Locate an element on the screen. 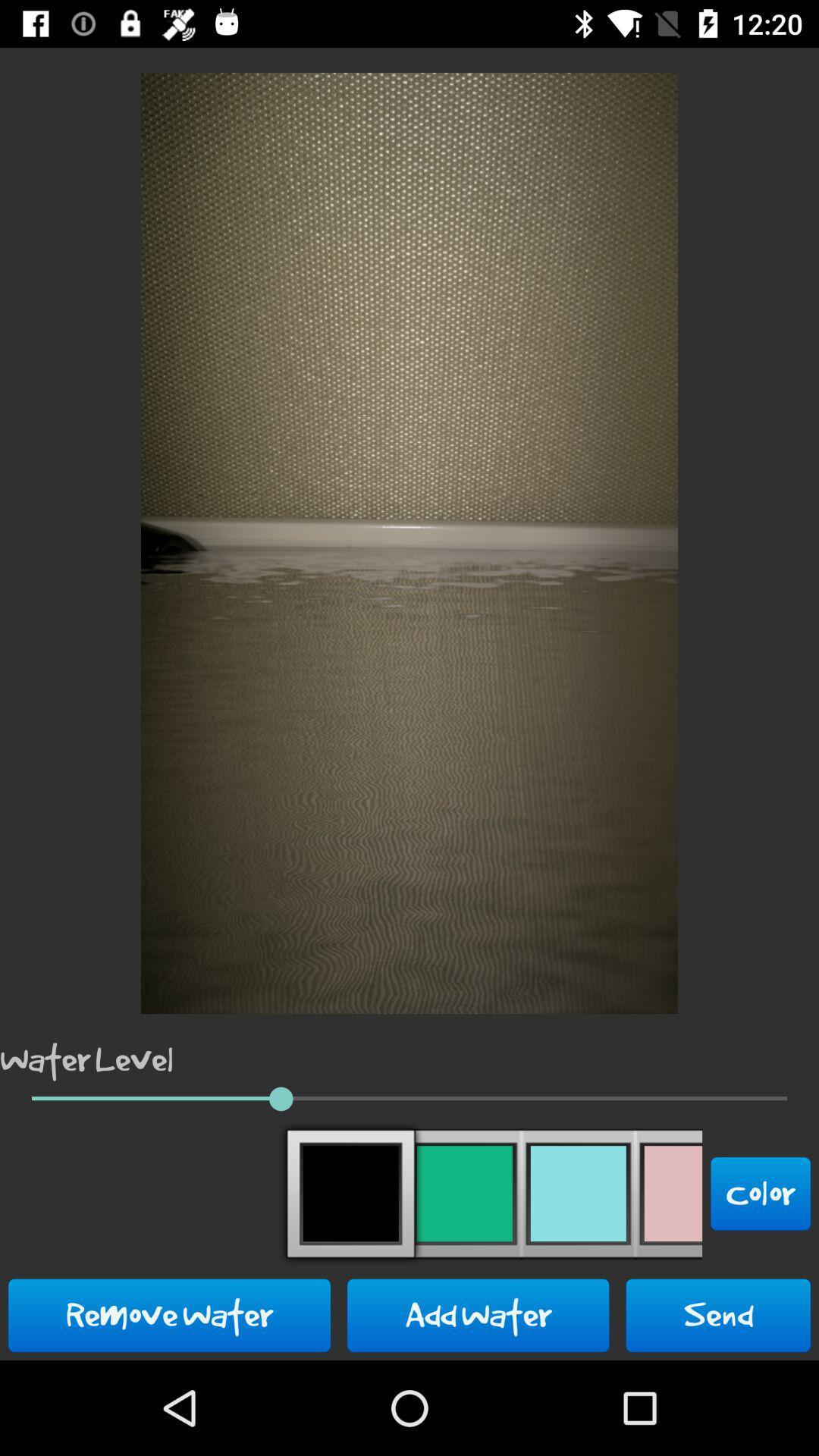  the button to the left of the send button is located at coordinates (478, 1314).